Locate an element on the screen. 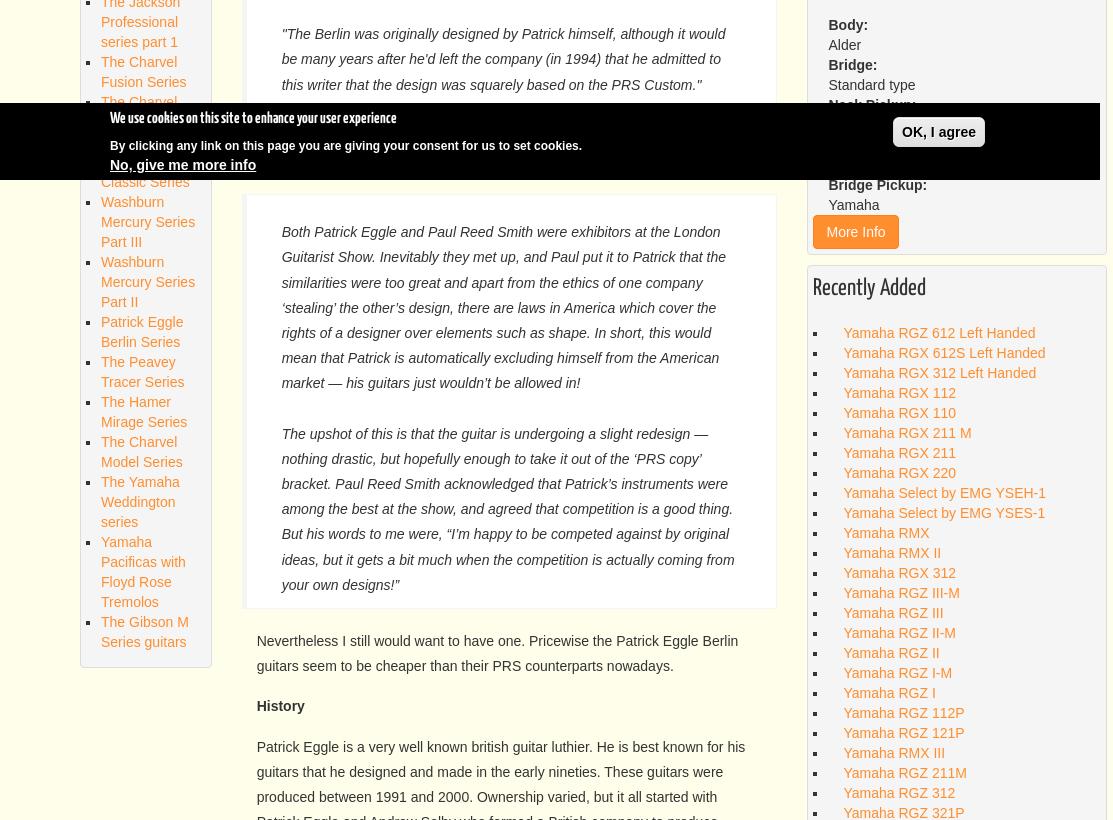  'The upshot of this is that the guitar is undergoing a slight redesign — nothing drastic, but hopefully enough to take it out of the ‘PRS copy’ bracket. Paul Reed Smith acknowledged that Patrick’s instruments were among the best at the show, and agreed that competition is a good thing. But his words to me were, “I’m happy to be competed against by original ideas, but it gets a bit much when the competition is actually coming from your own designs!”' is located at coordinates (507, 508).